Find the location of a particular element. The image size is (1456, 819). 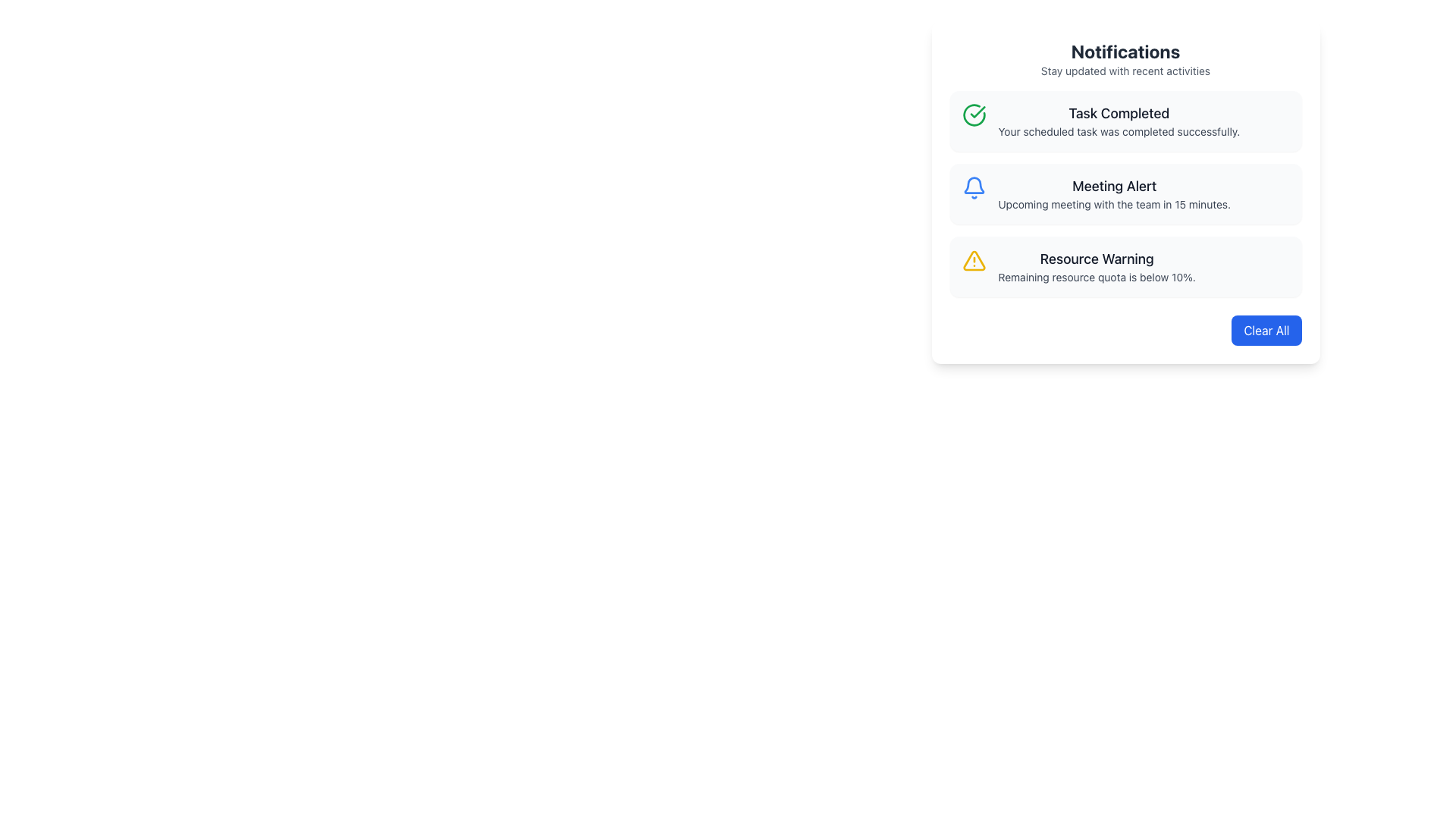

text displayed in the 'Notifications' section at the top of the white card layout, which includes a bold title and a subtitle is located at coordinates (1125, 58).